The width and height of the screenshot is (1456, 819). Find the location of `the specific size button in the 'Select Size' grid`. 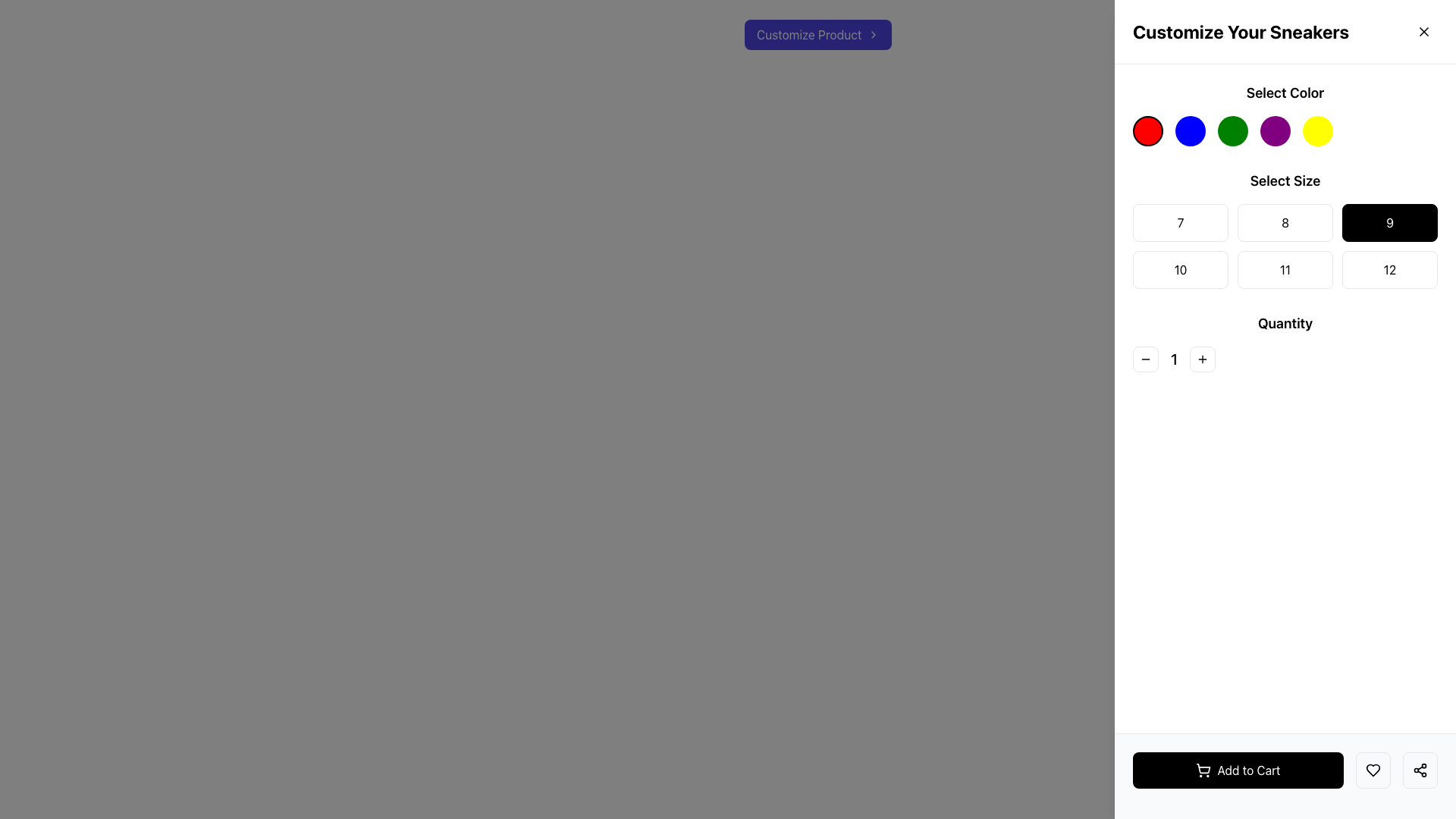

the specific size button in the 'Select Size' grid is located at coordinates (1284, 230).